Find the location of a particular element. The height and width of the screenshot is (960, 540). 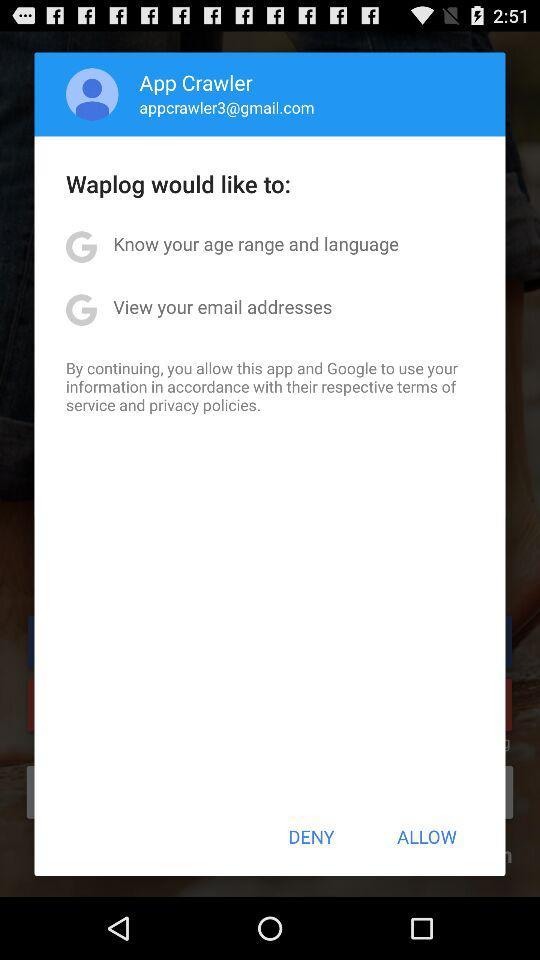

app above the by continuing you is located at coordinates (221, 306).